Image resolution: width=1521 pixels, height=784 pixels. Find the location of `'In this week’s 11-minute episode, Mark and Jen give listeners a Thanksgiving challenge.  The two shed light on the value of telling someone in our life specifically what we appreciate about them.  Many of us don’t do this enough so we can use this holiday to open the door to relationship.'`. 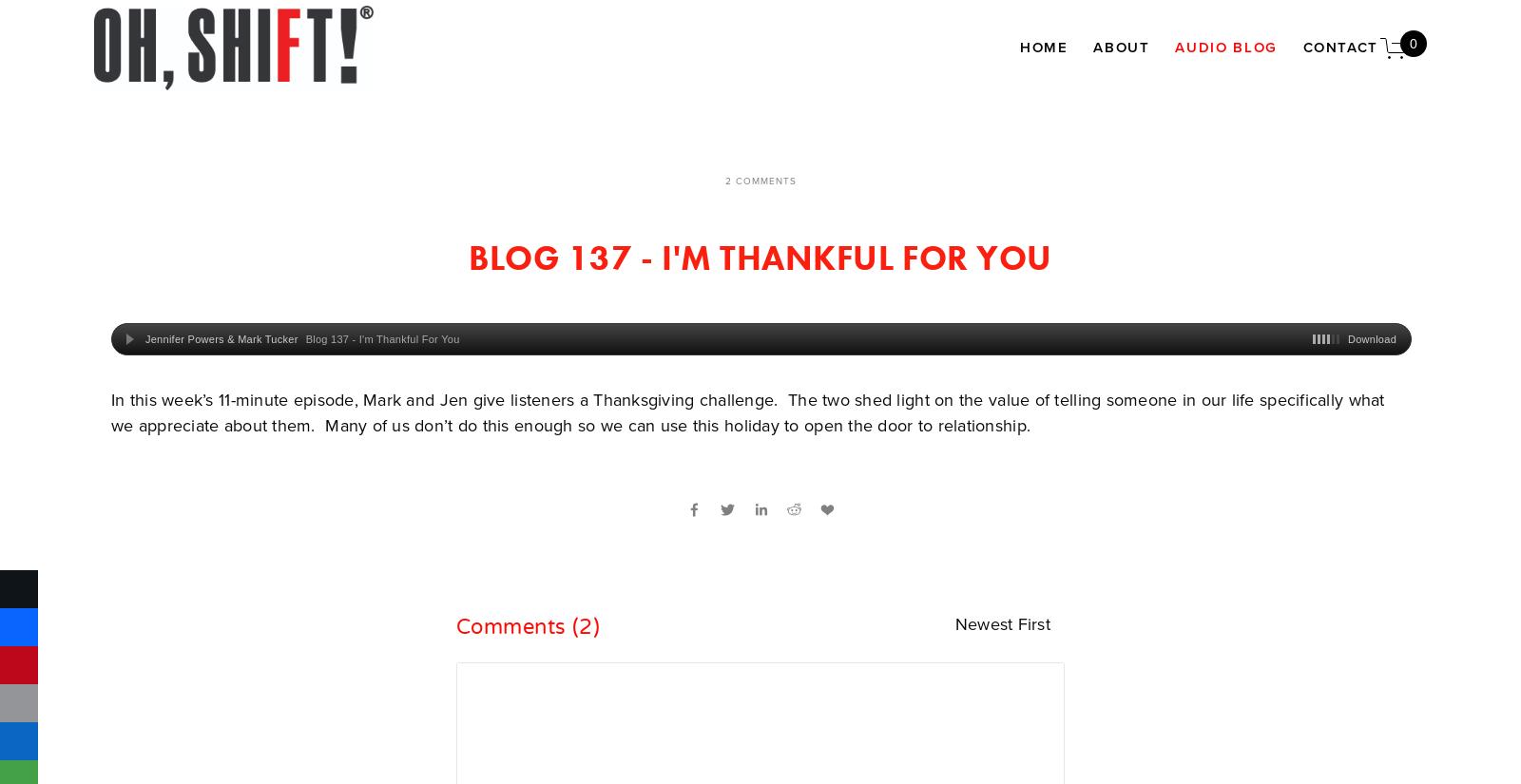

'In this week’s 11-minute episode, Mark and Jen give listeners a Thanksgiving challenge.  The two shed light on the value of telling someone in our life specifically what we appreciate about them.  Many of us don’t do this enough so we can use this holiday to open the door to relationship.' is located at coordinates (749, 411).